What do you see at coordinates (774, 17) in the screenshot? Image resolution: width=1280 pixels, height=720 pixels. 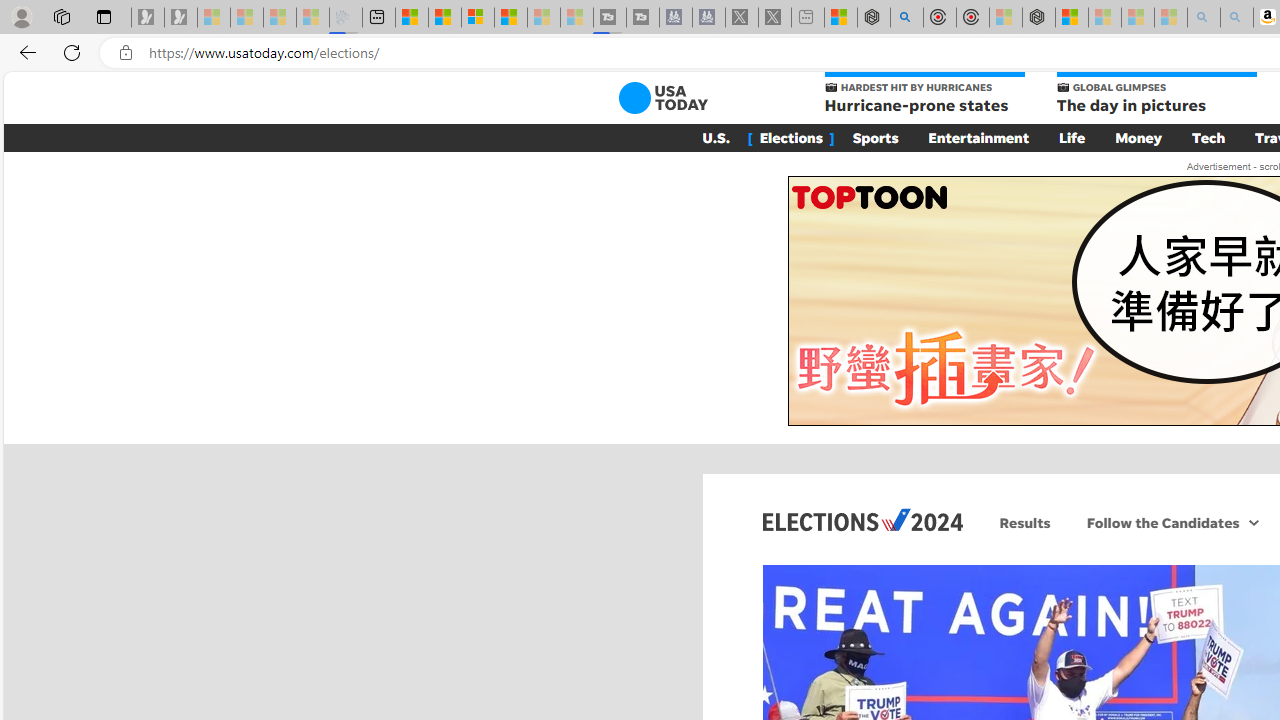 I see `'X - Sleeping'` at bounding box center [774, 17].